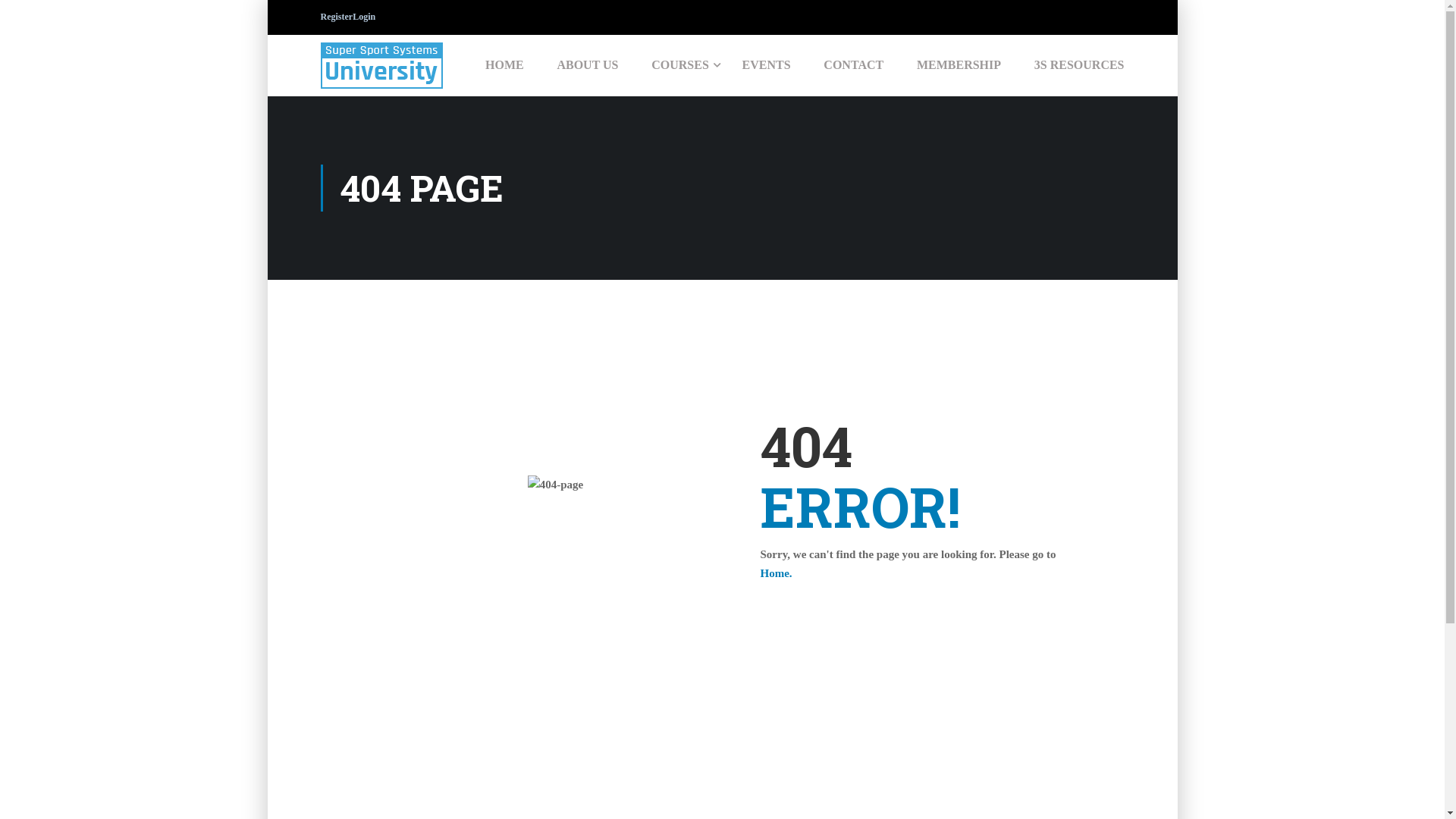  I want to click on 'Home.', so click(775, 573).